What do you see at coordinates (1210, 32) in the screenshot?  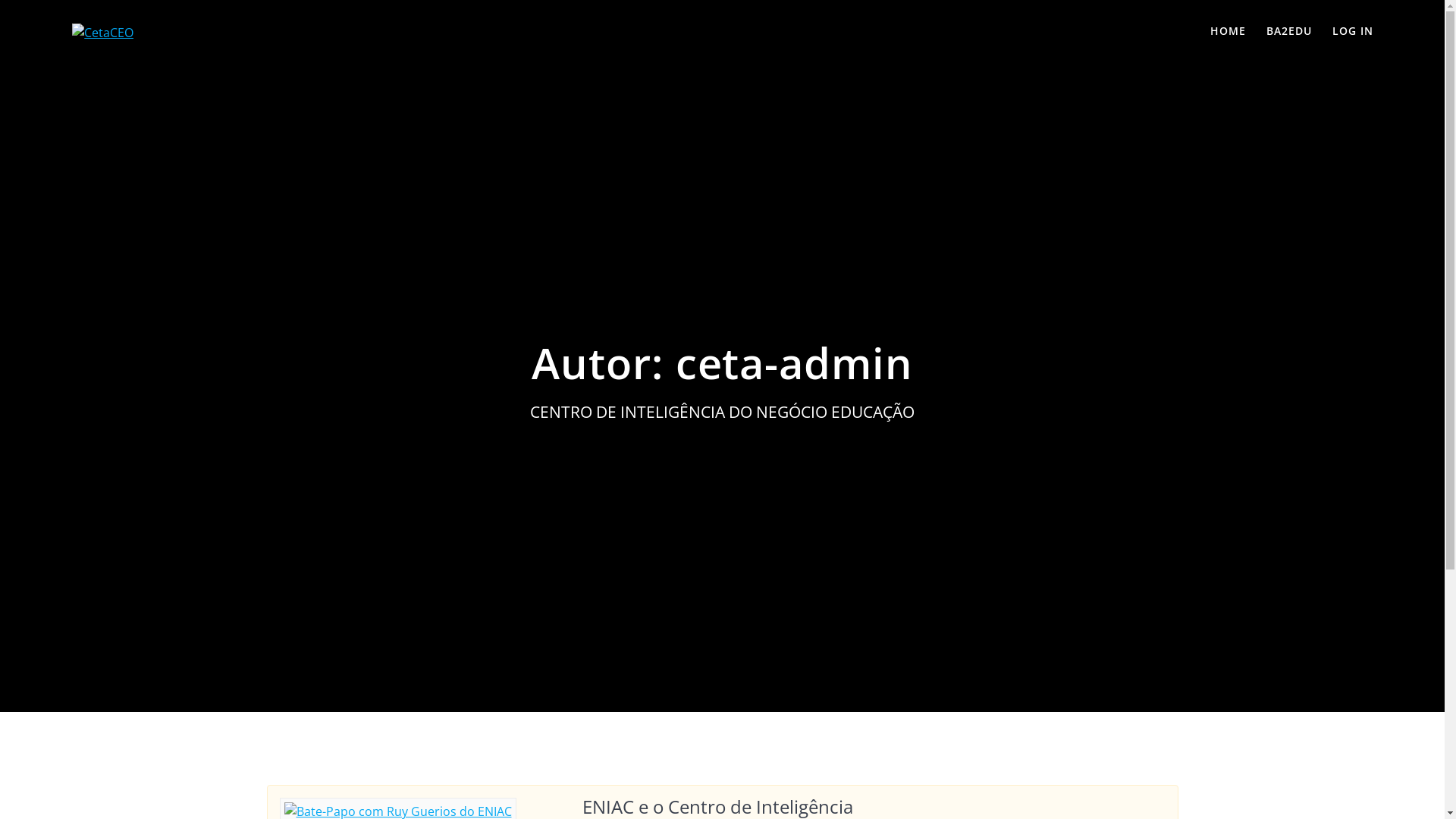 I see `'HOME'` at bounding box center [1210, 32].